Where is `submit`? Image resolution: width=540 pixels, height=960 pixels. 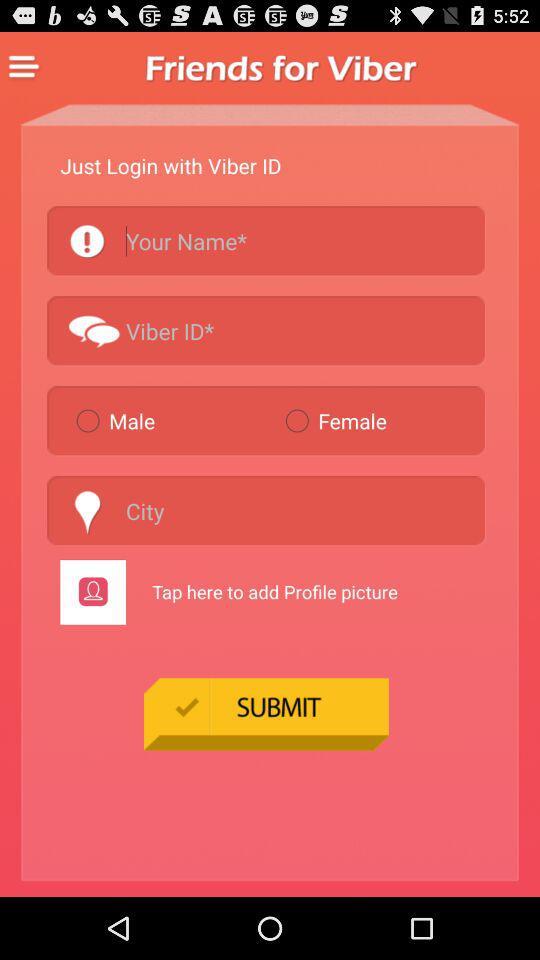 submit is located at coordinates (266, 713).